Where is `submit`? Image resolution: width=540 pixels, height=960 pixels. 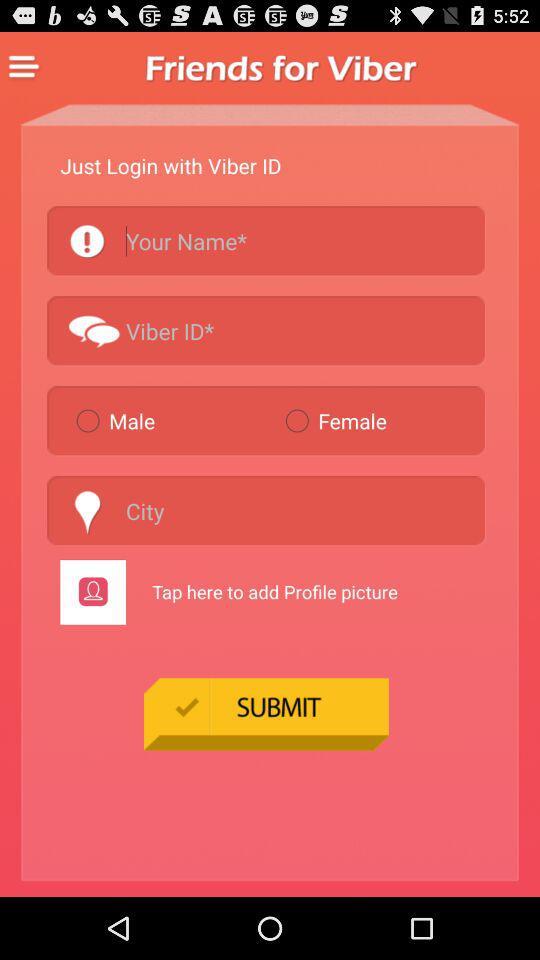 submit is located at coordinates (266, 713).